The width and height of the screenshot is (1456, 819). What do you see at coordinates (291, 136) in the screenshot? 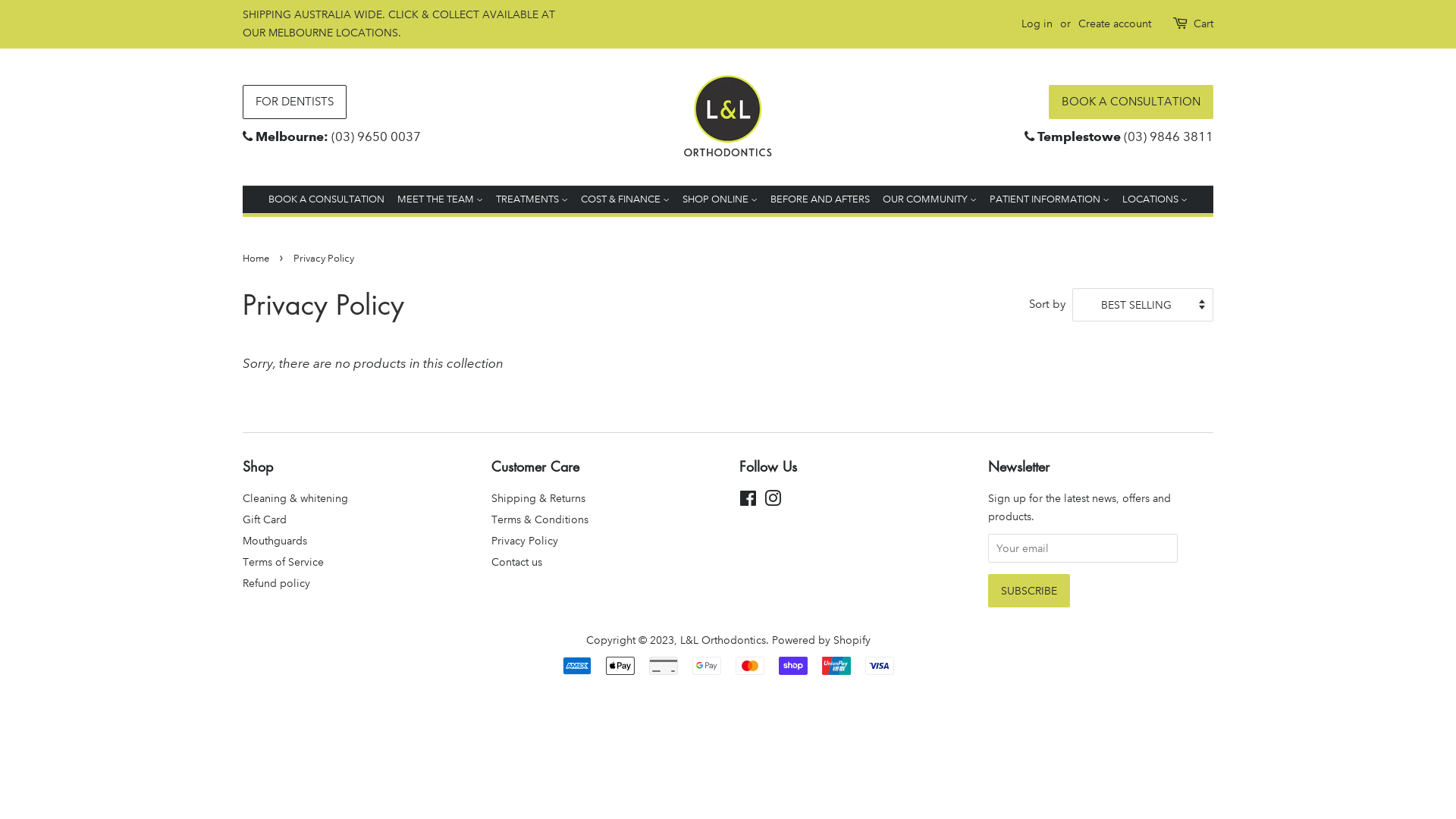
I see `'Melbourne:'` at bounding box center [291, 136].